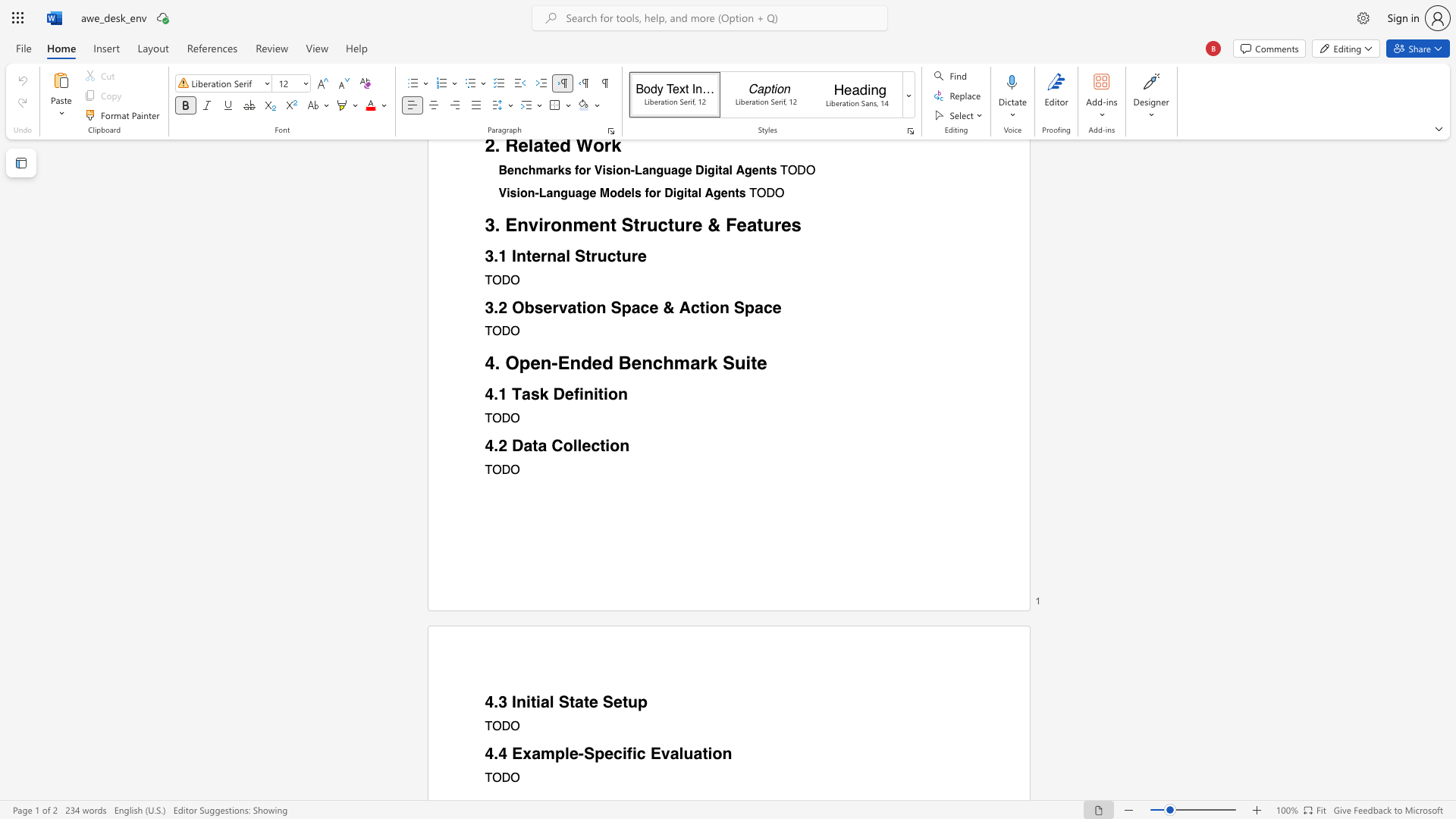  Describe the element at coordinates (533, 702) in the screenshot. I see `the 1th character "t" in the text` at that location.